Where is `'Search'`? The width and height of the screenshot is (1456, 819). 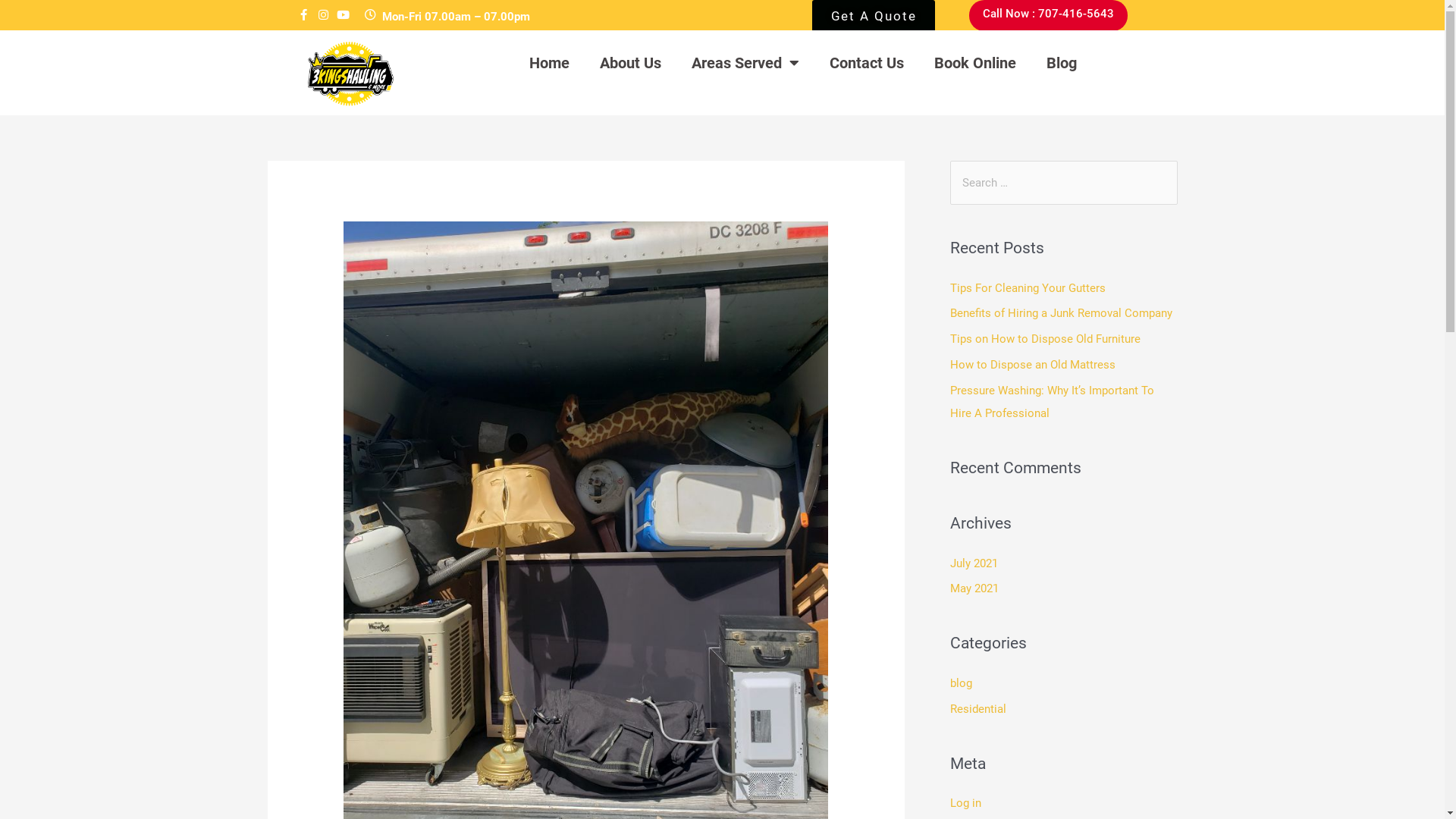 'Search' is located at coordinates (1159, 175).